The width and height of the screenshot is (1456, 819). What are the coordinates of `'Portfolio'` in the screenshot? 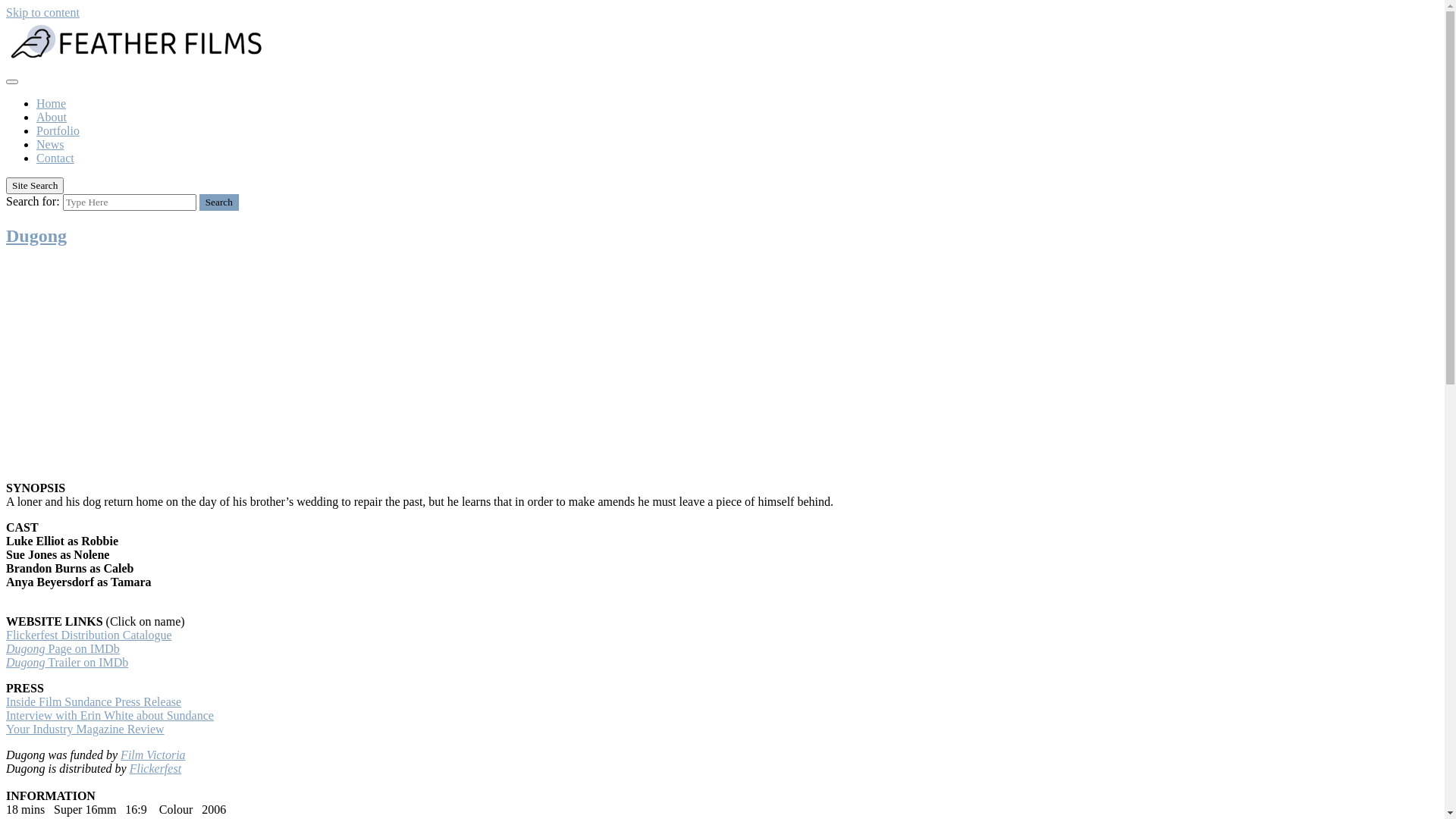 It's located at (36, 130).